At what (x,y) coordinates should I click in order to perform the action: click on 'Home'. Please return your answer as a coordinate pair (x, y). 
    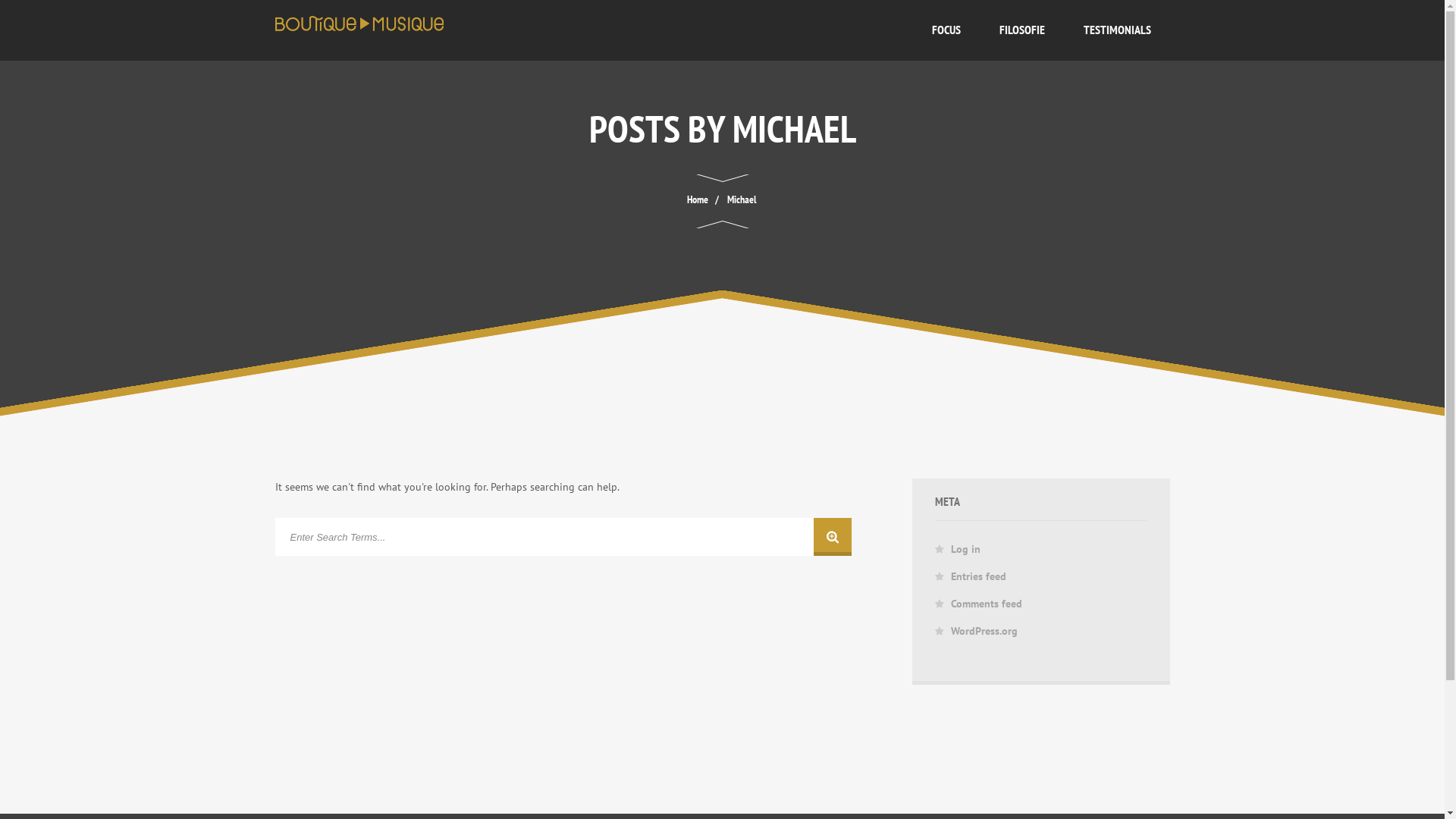
    Looking at the image, I should click on (684, 198).